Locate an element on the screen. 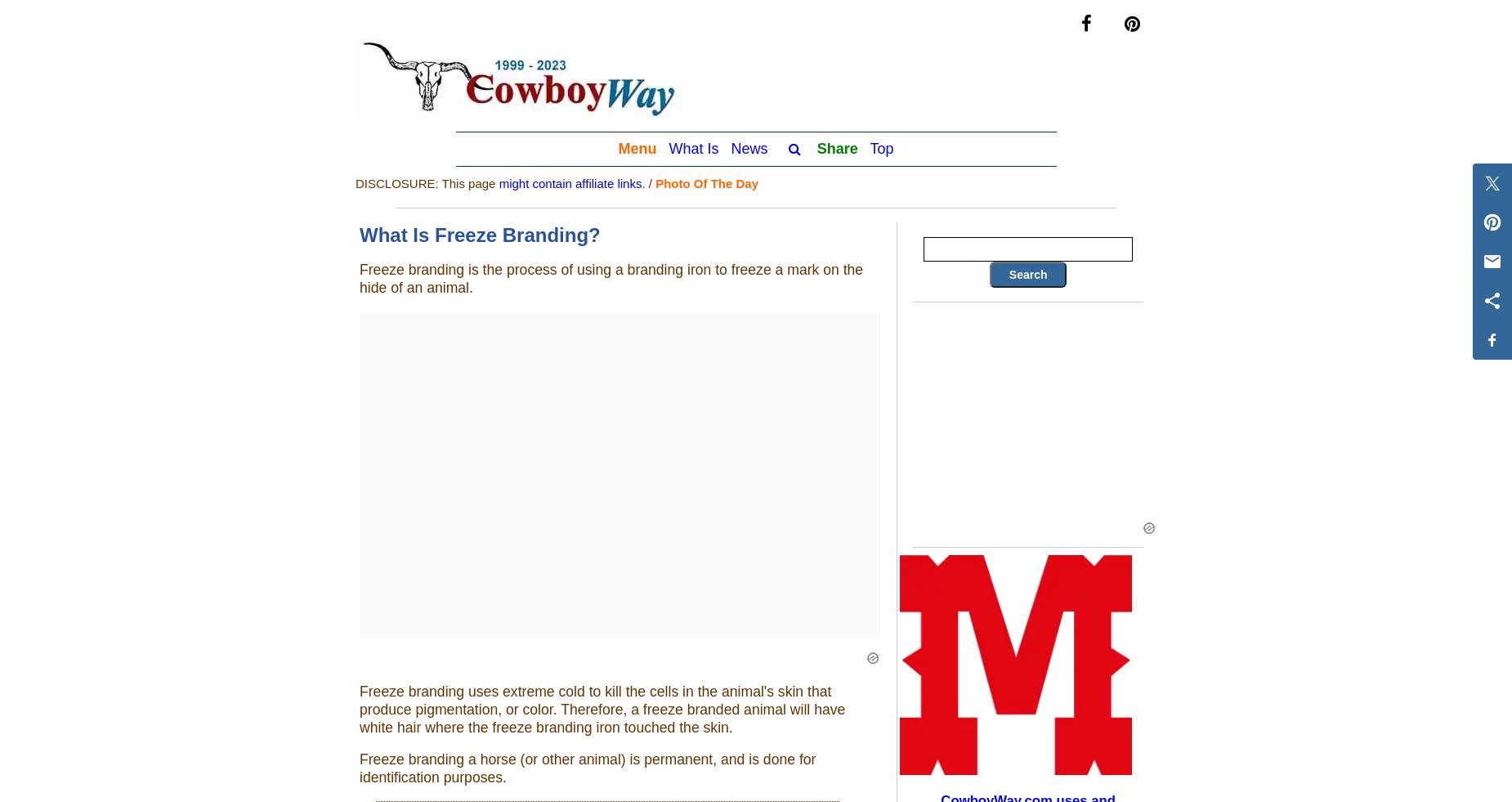 Image resolution: width=1512 pixels, height=802 pixels. 'Search' is located at coordinates (1027, 273).